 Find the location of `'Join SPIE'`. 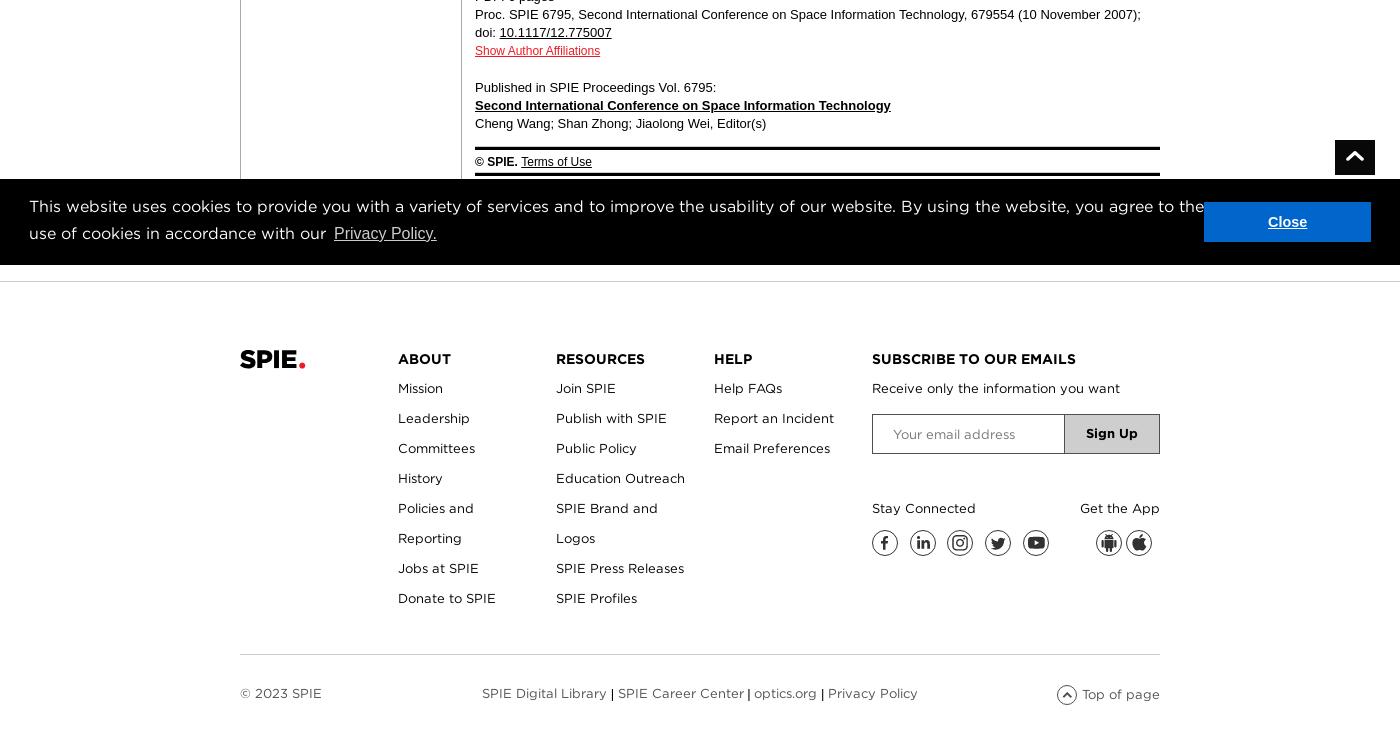

'Join SPIE' is located at coordinates (555, 388).